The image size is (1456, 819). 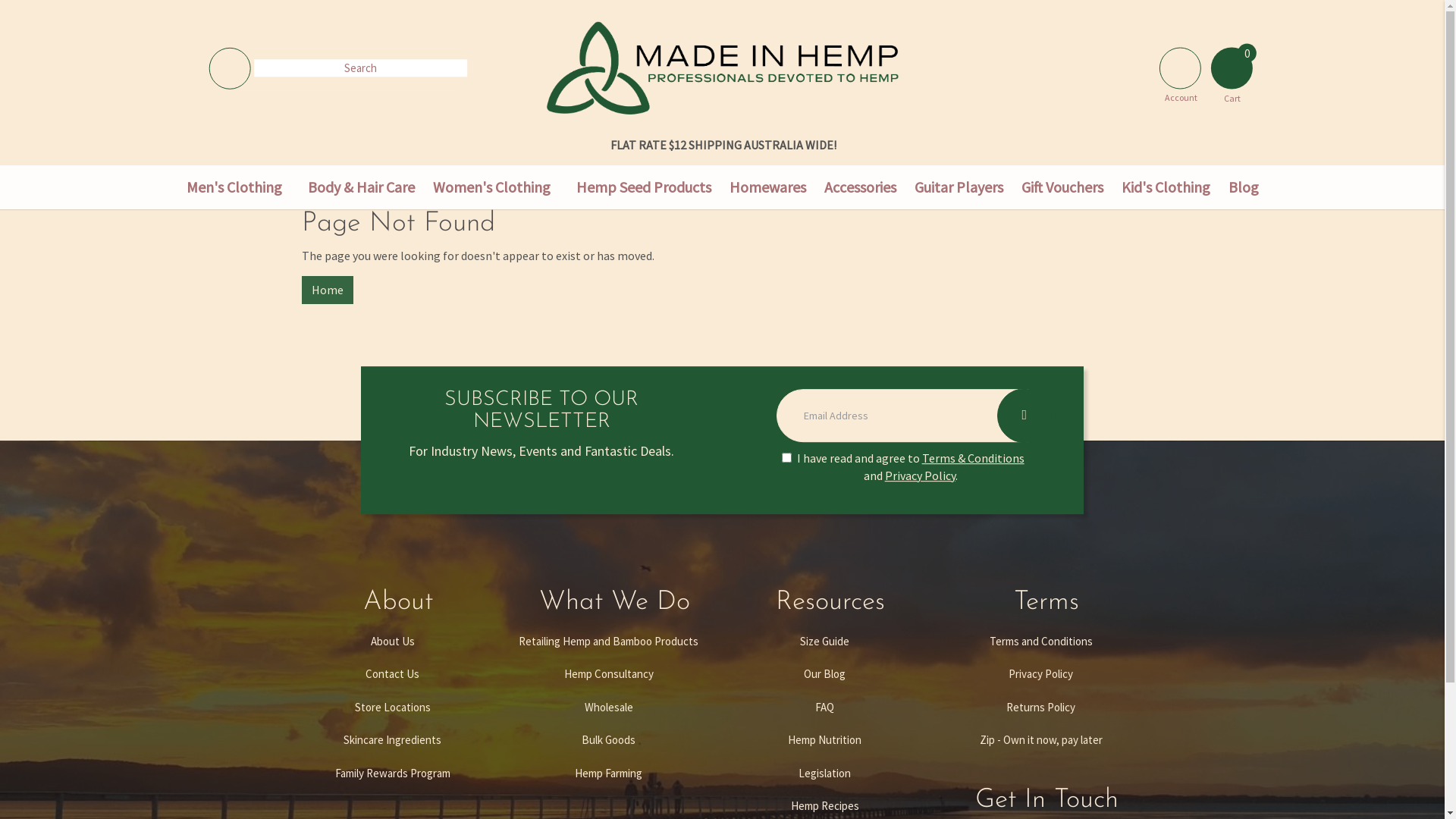 I want to click on 'Home', so click(x=327, y=290).